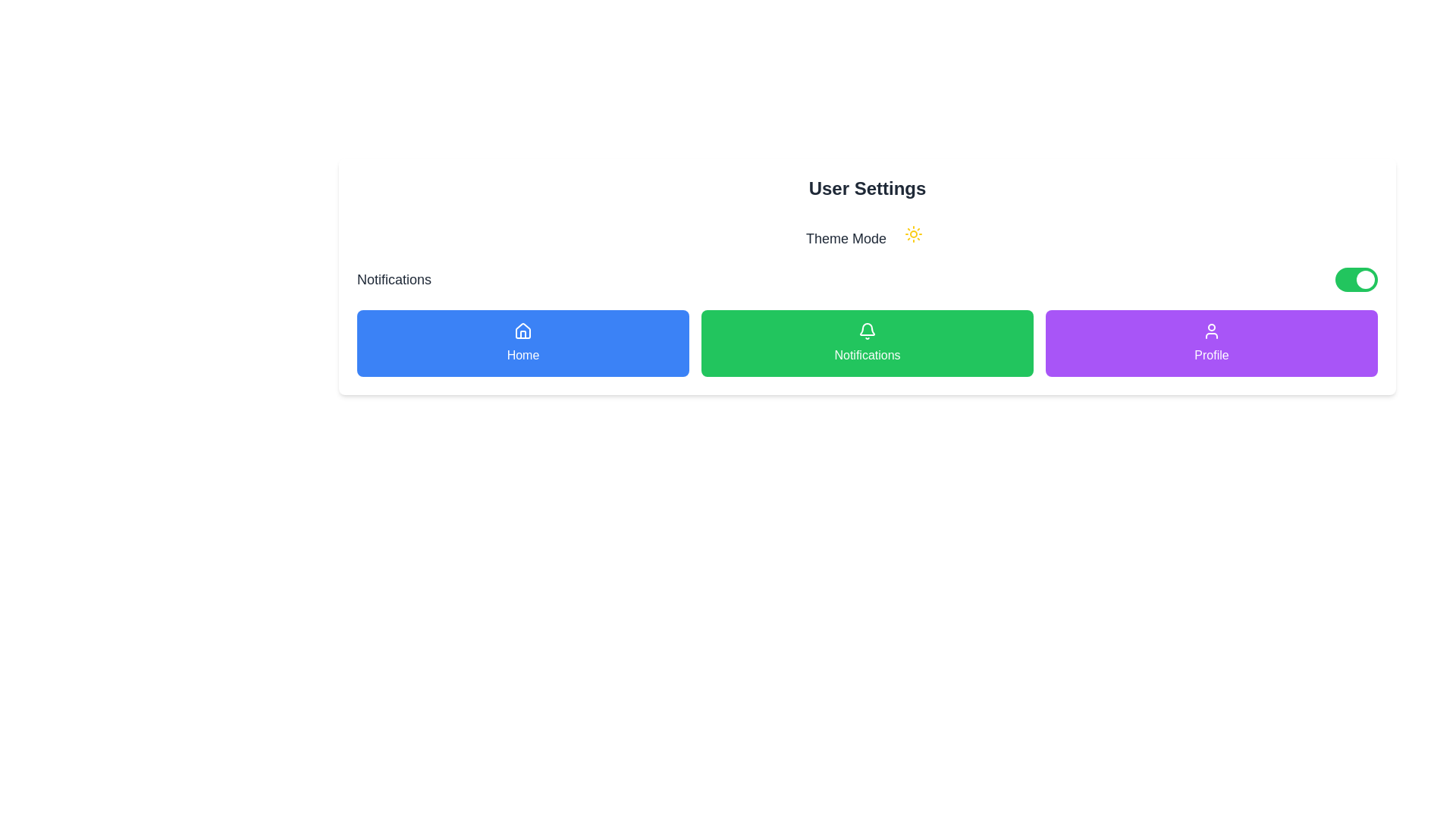  What do you see at coordinates (912, 234) in the screenshot?
I see `the circular sun-shaped button, which is yellow with radial lines, located to the right of the 'Theme Mode' text in the 'User Settings' section` at bounding box center [912, 234].